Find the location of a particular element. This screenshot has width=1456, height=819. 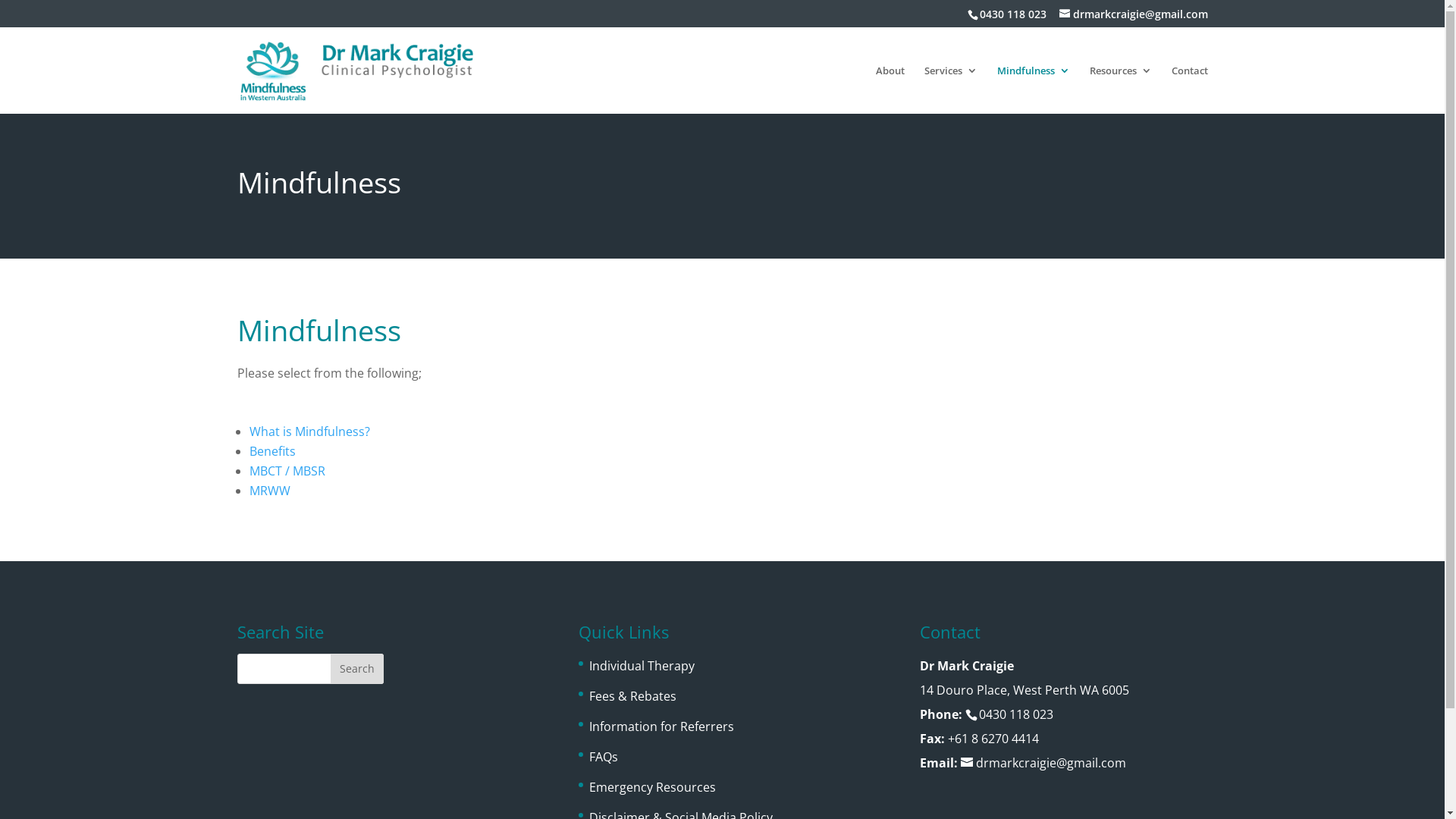

'What is Mindfulness?' is located at coordinates (308, 431).